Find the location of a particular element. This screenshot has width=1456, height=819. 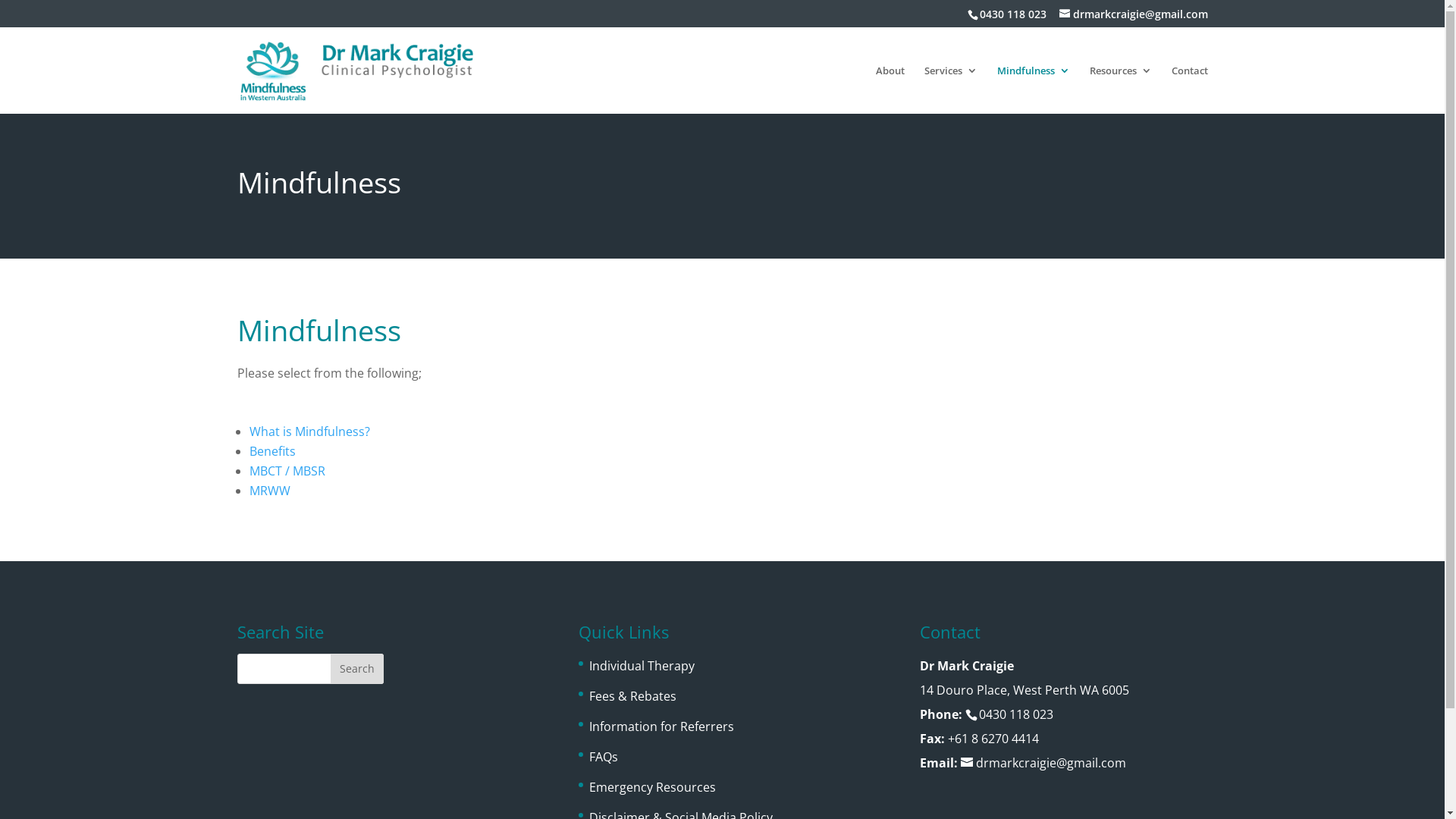

'What is Mindfulness?' is located at coordinates (308, 431).